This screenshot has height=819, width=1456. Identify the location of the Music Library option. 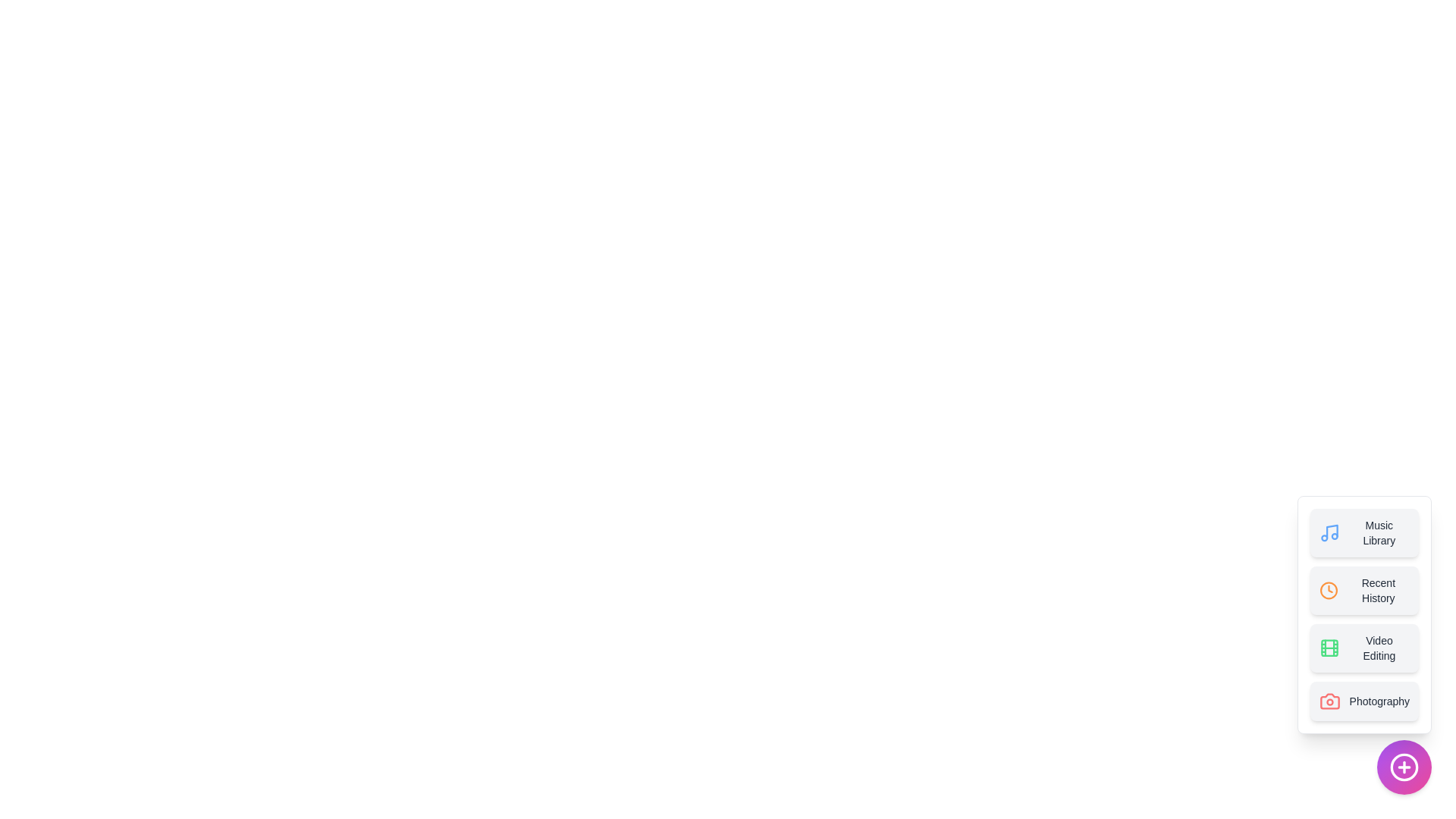
(1364, 532).